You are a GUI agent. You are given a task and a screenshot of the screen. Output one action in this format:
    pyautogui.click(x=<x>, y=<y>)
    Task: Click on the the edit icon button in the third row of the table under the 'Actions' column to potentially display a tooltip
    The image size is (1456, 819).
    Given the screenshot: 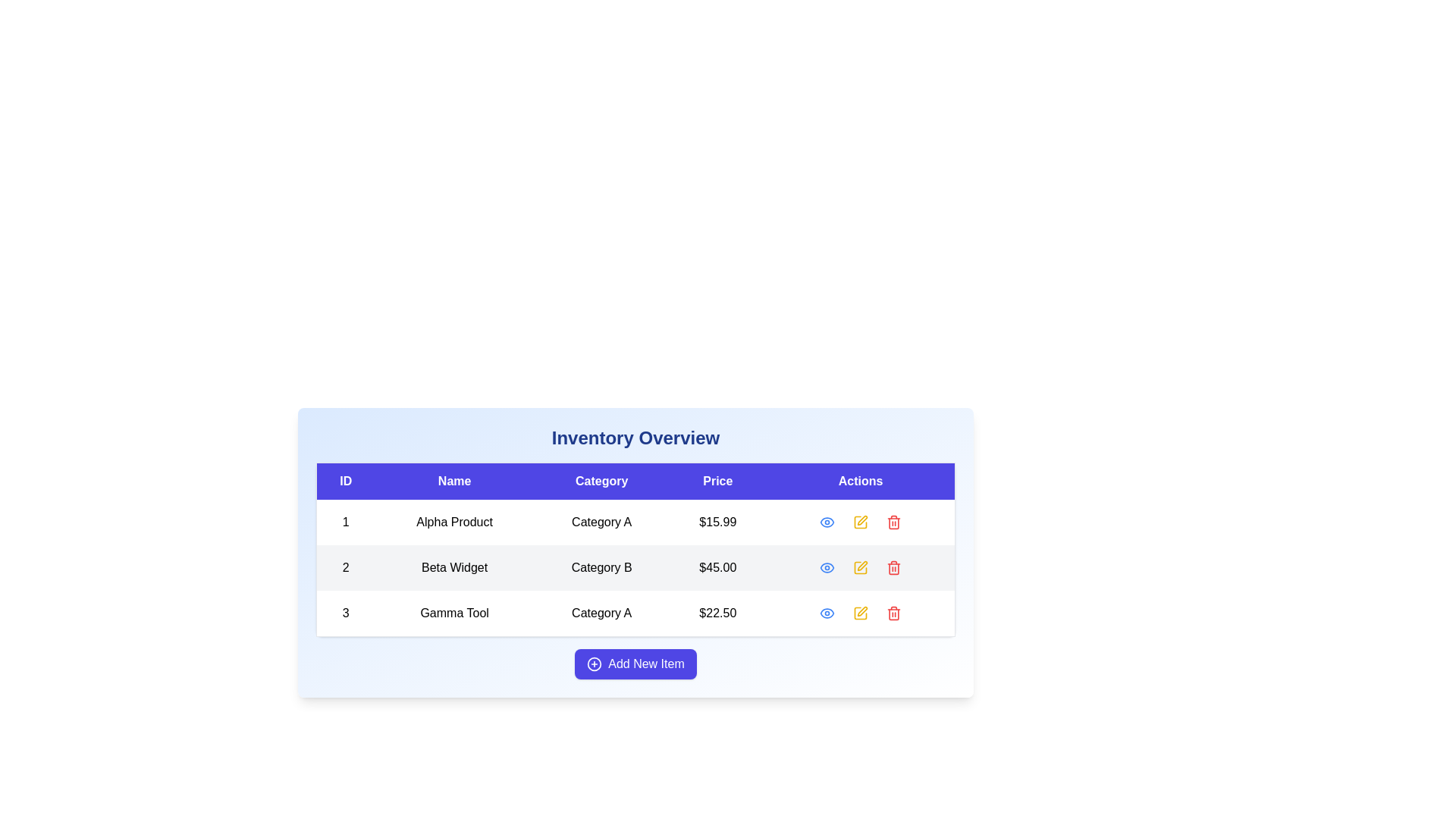 What is the action you would take?
    pyautogui.click(x=861, y=613)
    